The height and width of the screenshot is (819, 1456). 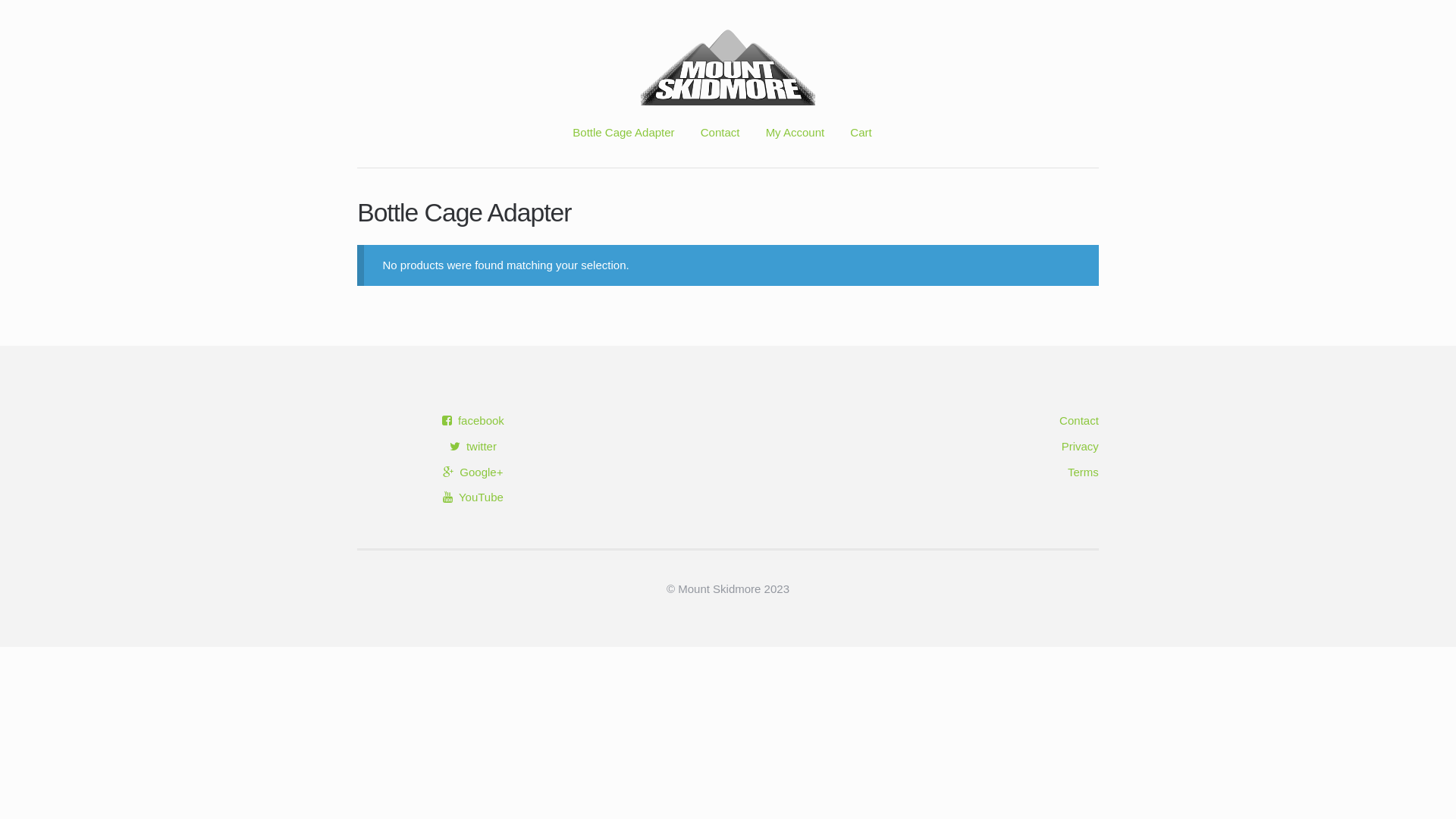 I want to click on 'Skip to navigation', so click(x=356, y=29).